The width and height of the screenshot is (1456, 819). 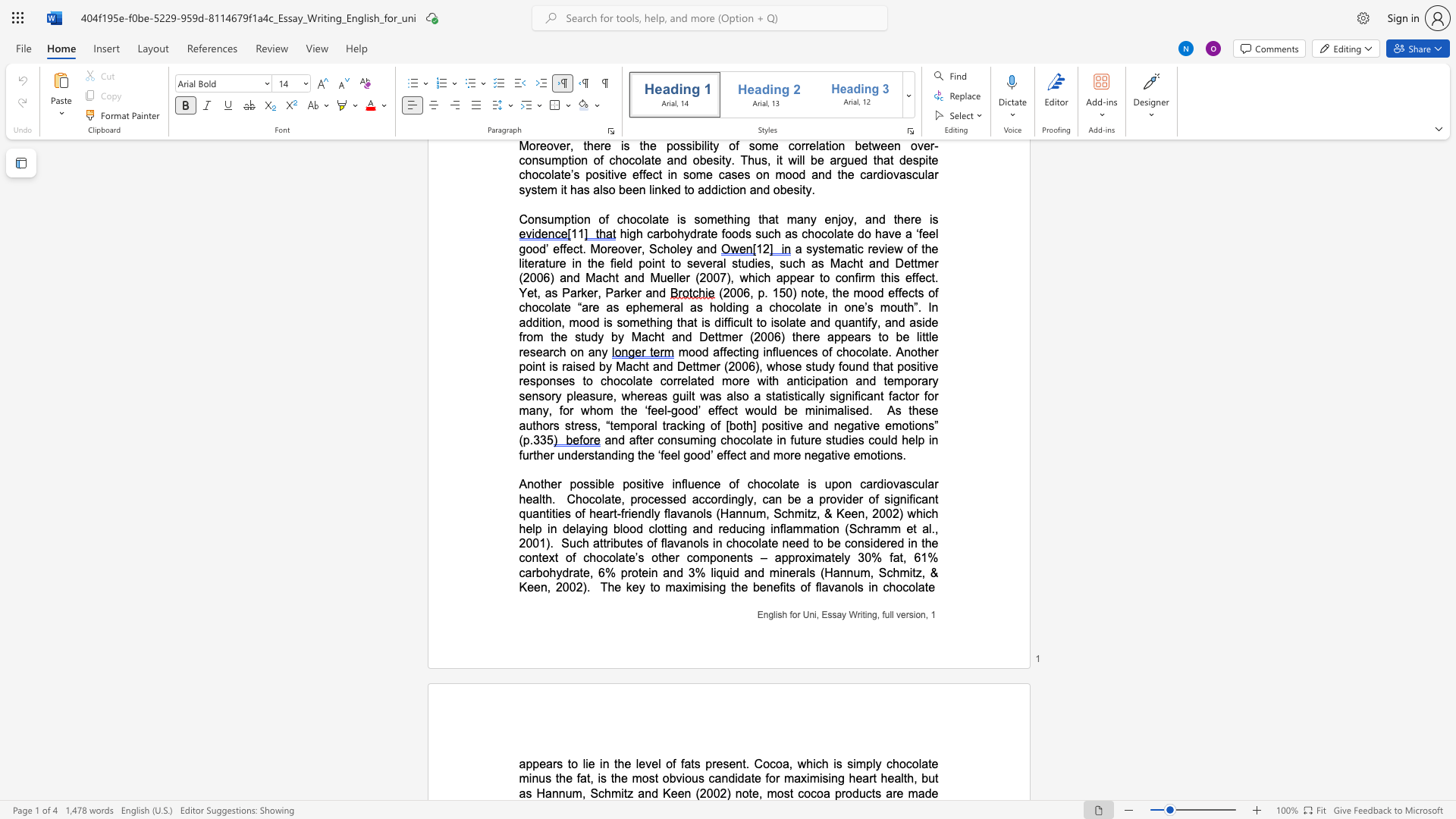 I want to click on the subset text "ucing inflammation (Schramm e" within the text "Chocolate, processed accordingly, can be a provider of significant quantities of heart-friendly flavanols (Hannum, Schmitz, & Keen, 2002) which help in delaying blood clotting and reducing inflammation (Schramm et al., 2001)", so click(x=736, y=528).